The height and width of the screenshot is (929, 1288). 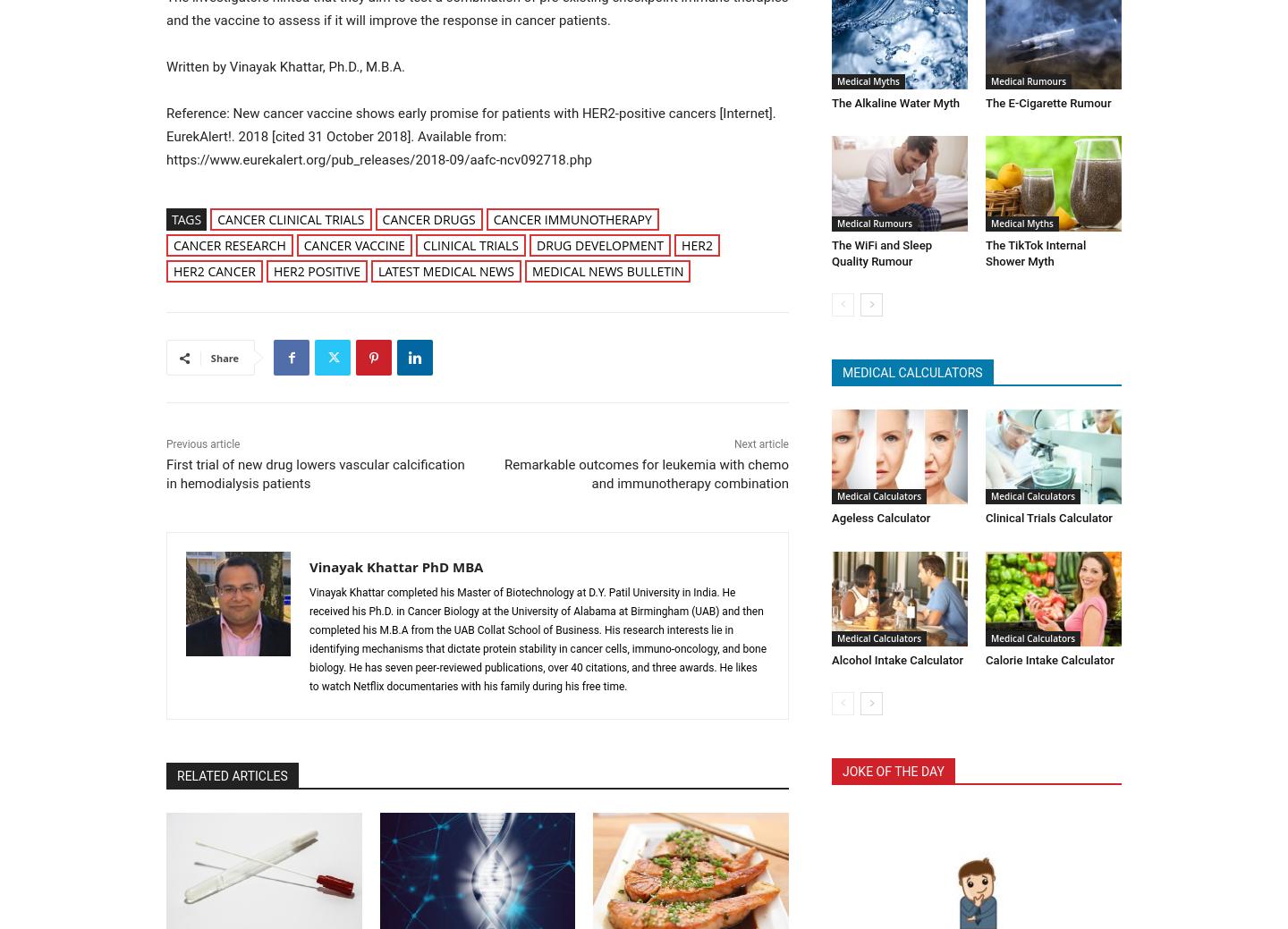 I want to click on 'cancer vaccine', so click(x=302, y=245).